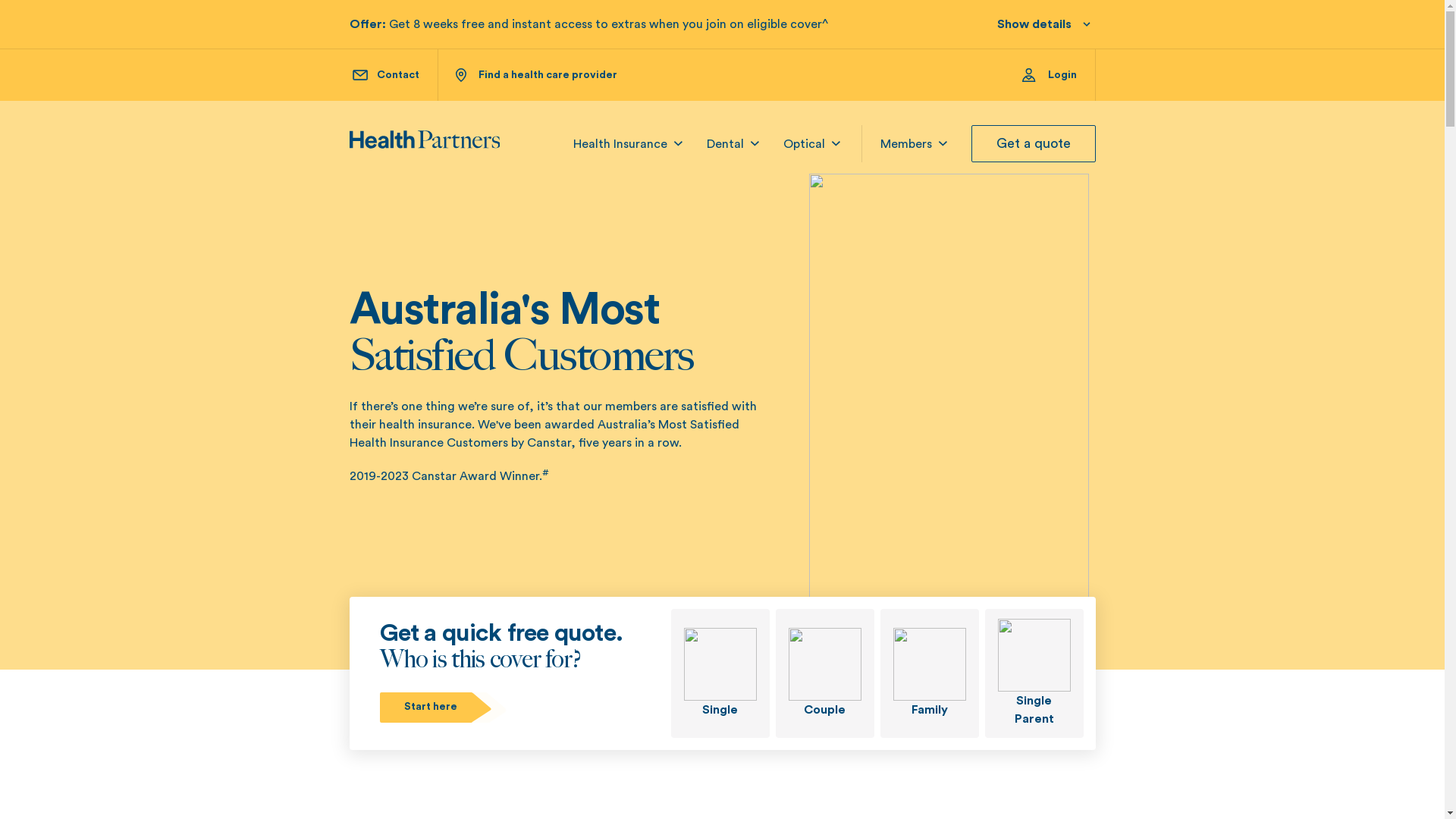 The width and height of the screenshot is (1456, 819). I want to click on 'Optical', so click(802, 143).